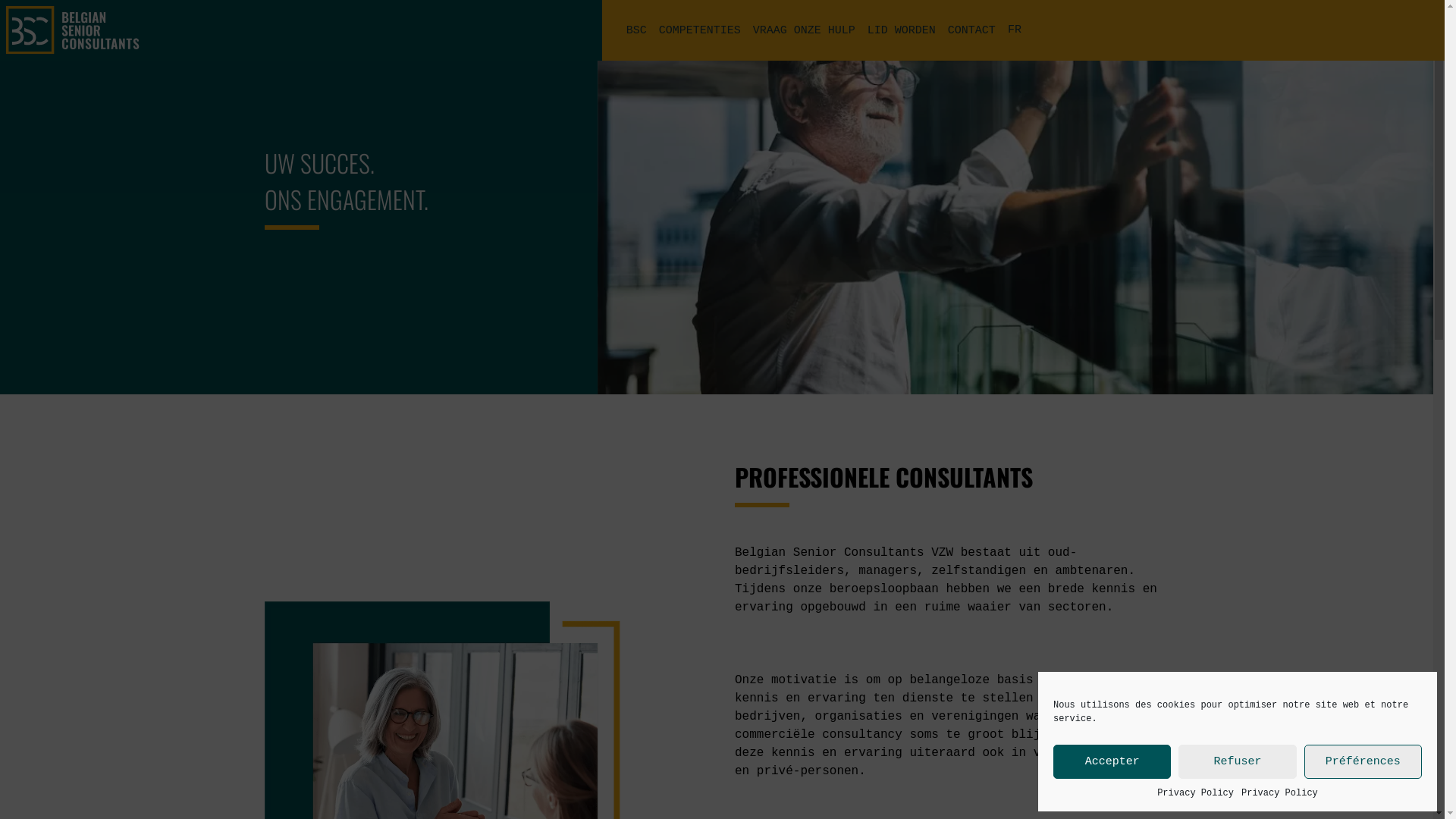 The width and height of the screenshot is (1456, 819). What do you see at coordinates (1015, 30) in the screenshot?
I see `'FR'` at bounding box center [1015, 30].